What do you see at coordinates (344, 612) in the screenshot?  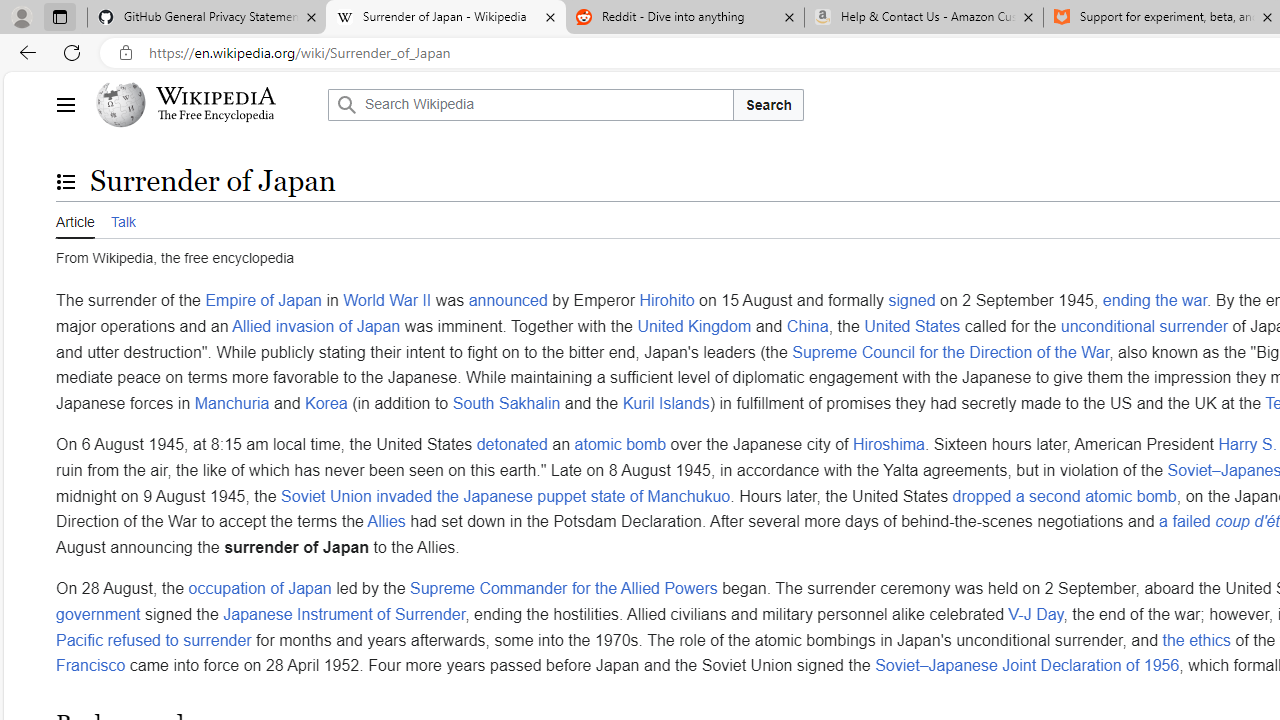 I see `'Japanese Instrument of Surrender'` at bounding box center [344, 612].